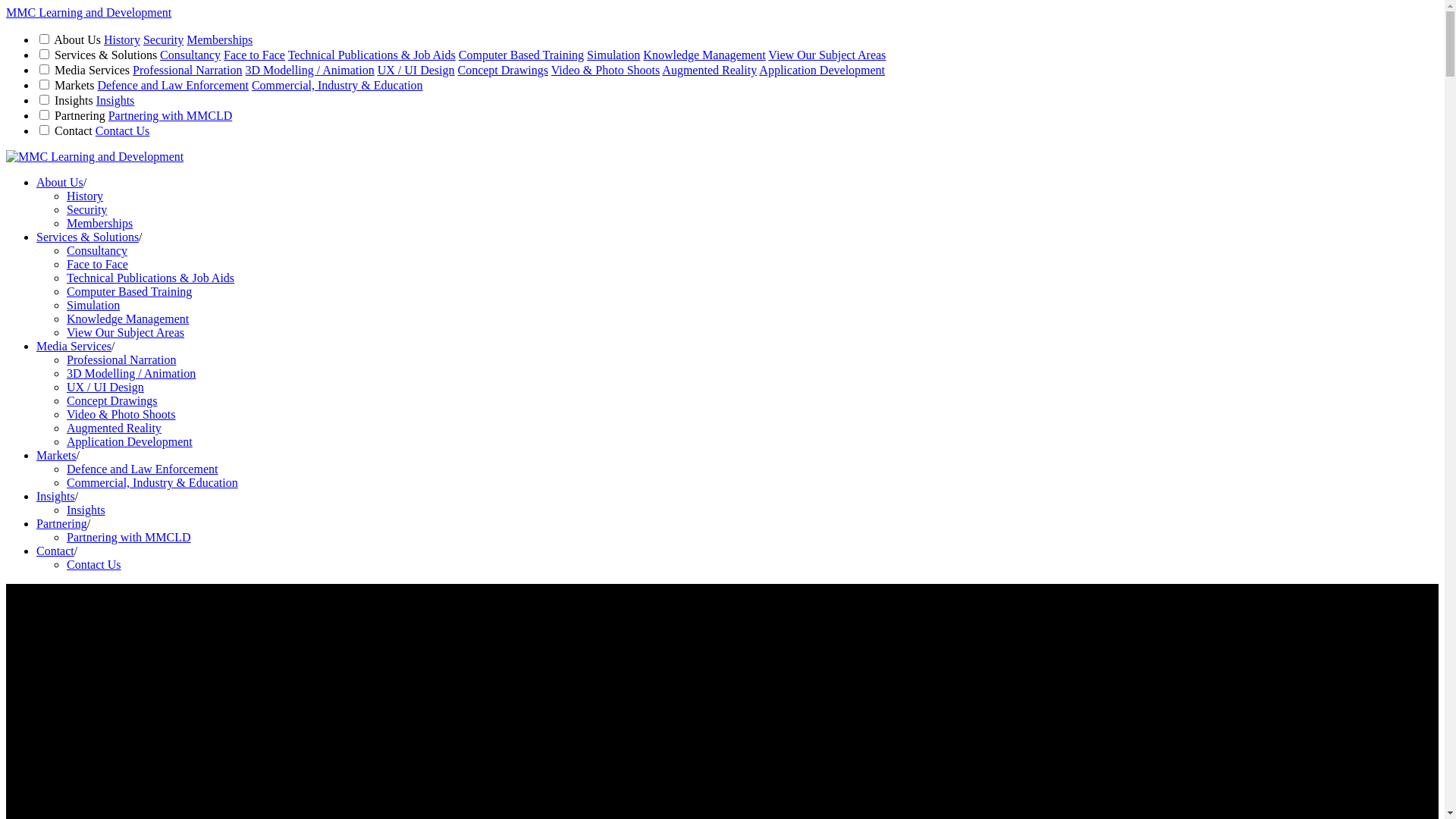 Image resolution: width=1456 pixels, height=819 pixels. I want to click on 'Contact', so click(55, 551).